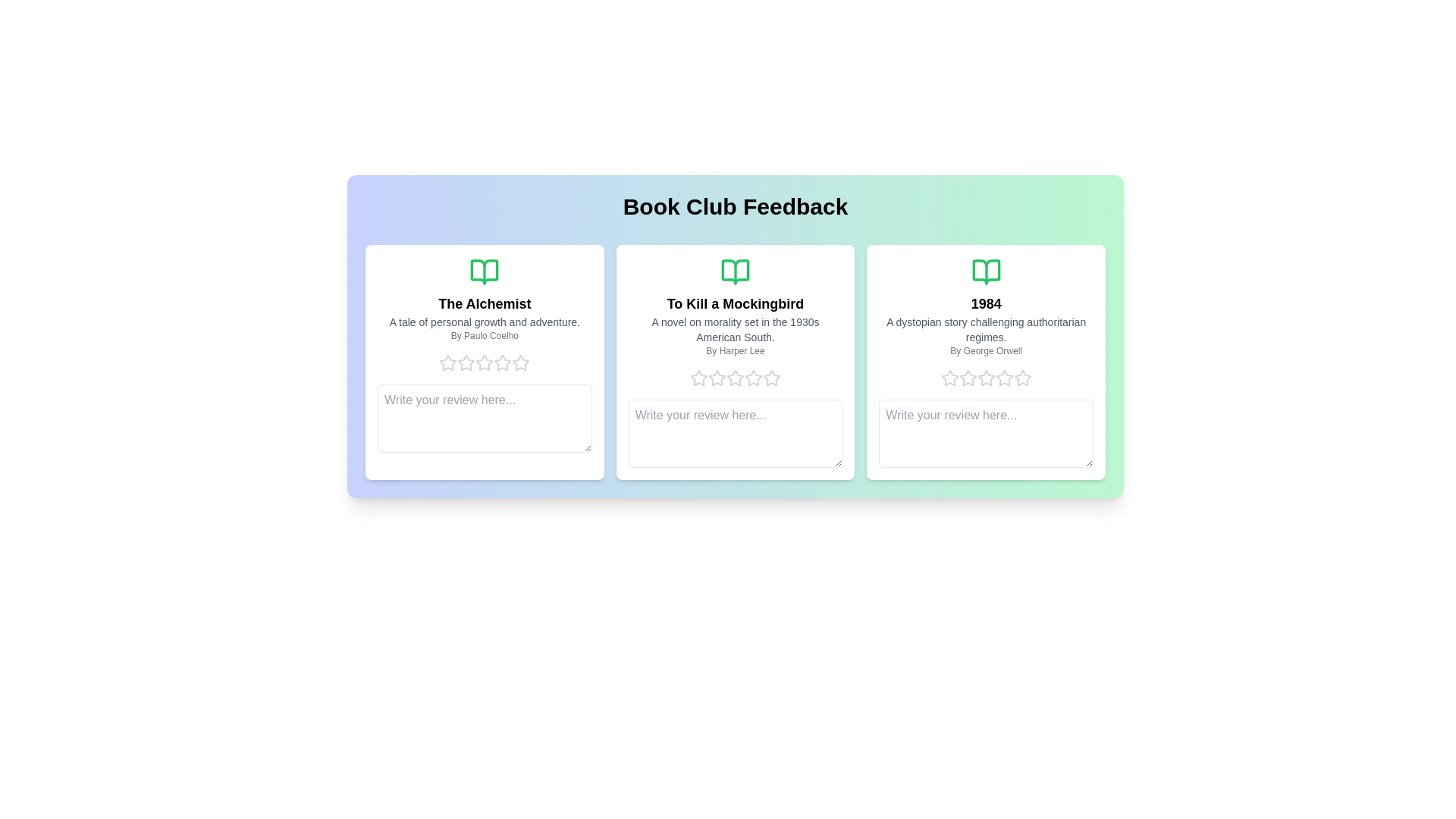  Describe the element at coordinates (967, 377) in the screenshot. I see `the third star icon from the left` at that location.